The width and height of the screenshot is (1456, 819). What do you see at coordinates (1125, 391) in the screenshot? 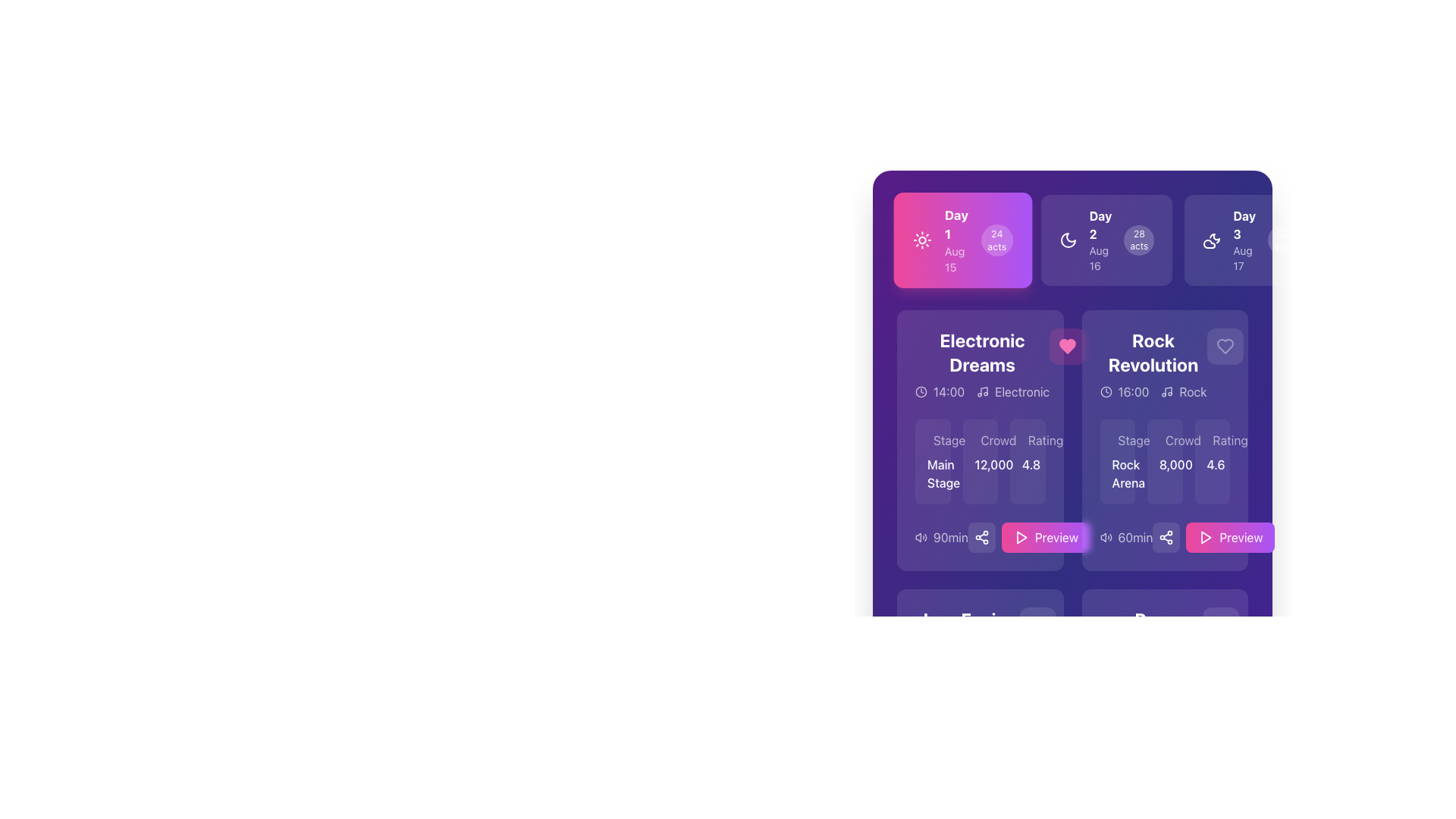
I see `the static label with a clock icon displaying '16:00' located at the top of the 'Rock Revolution' card on the right side of the interface` at bounding box center [1125, 391].